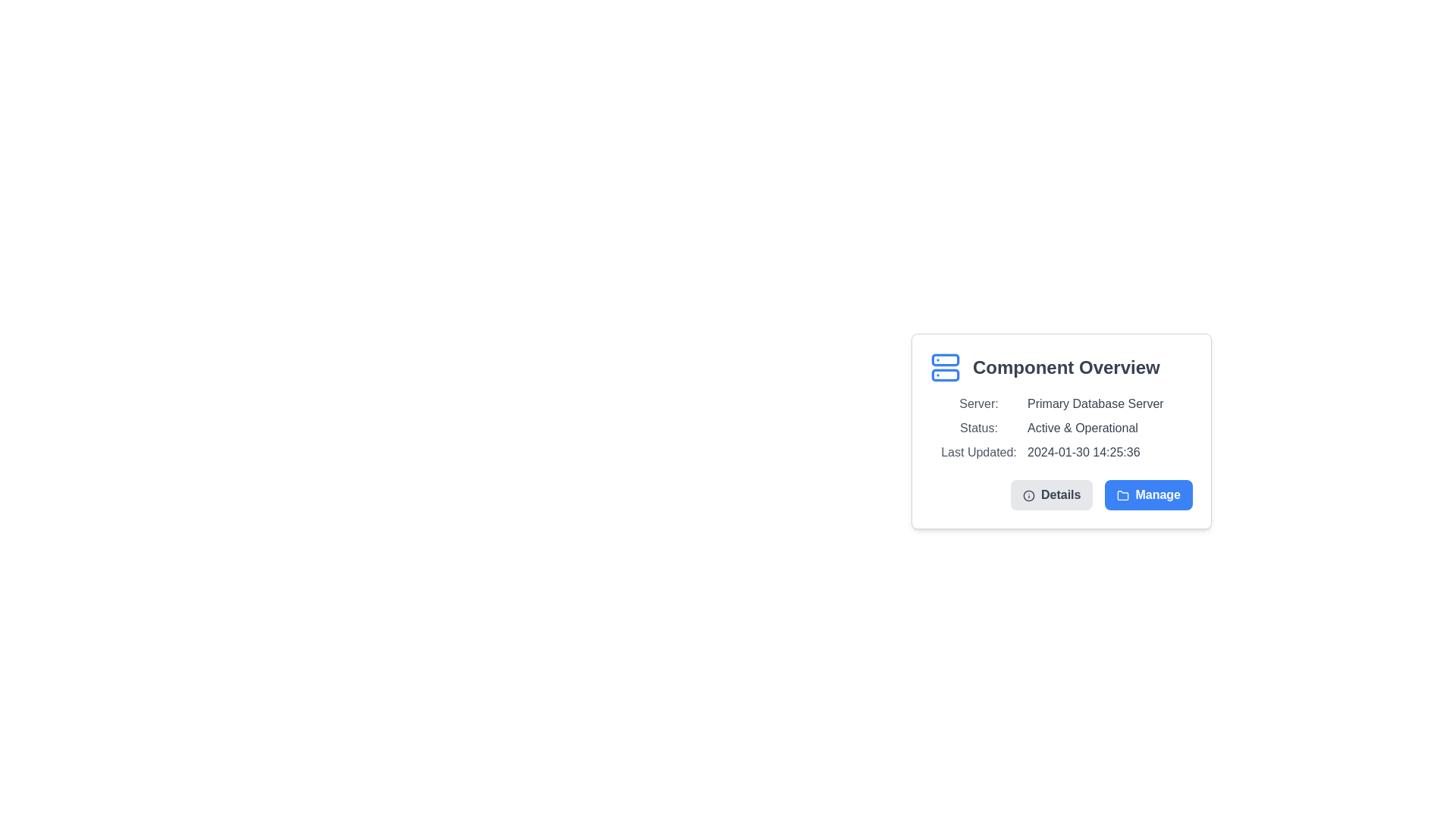 Image resolution: width=1456 pixels, height=819 pixels. What do you see at coordinates (1083, 452) in the screenshot?
I see `the text label displaying the timestamp '2024-01-30 14:25:36' found in the bottom right of the card layout under the 'Component Overview' header, next to the label 'Last Updated:'` at bounding box center [1083, 452].